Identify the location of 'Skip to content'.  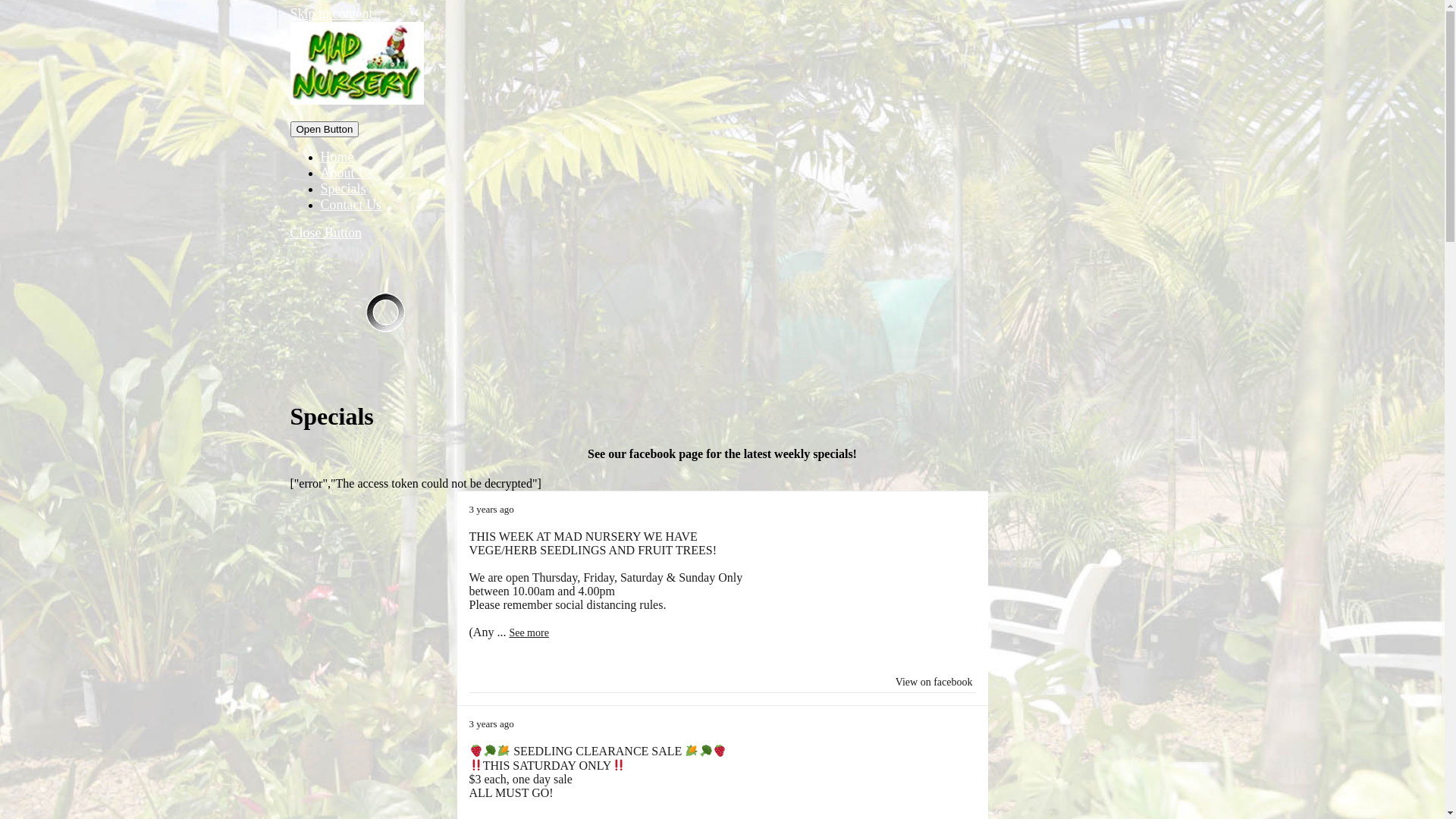
(330, 14).